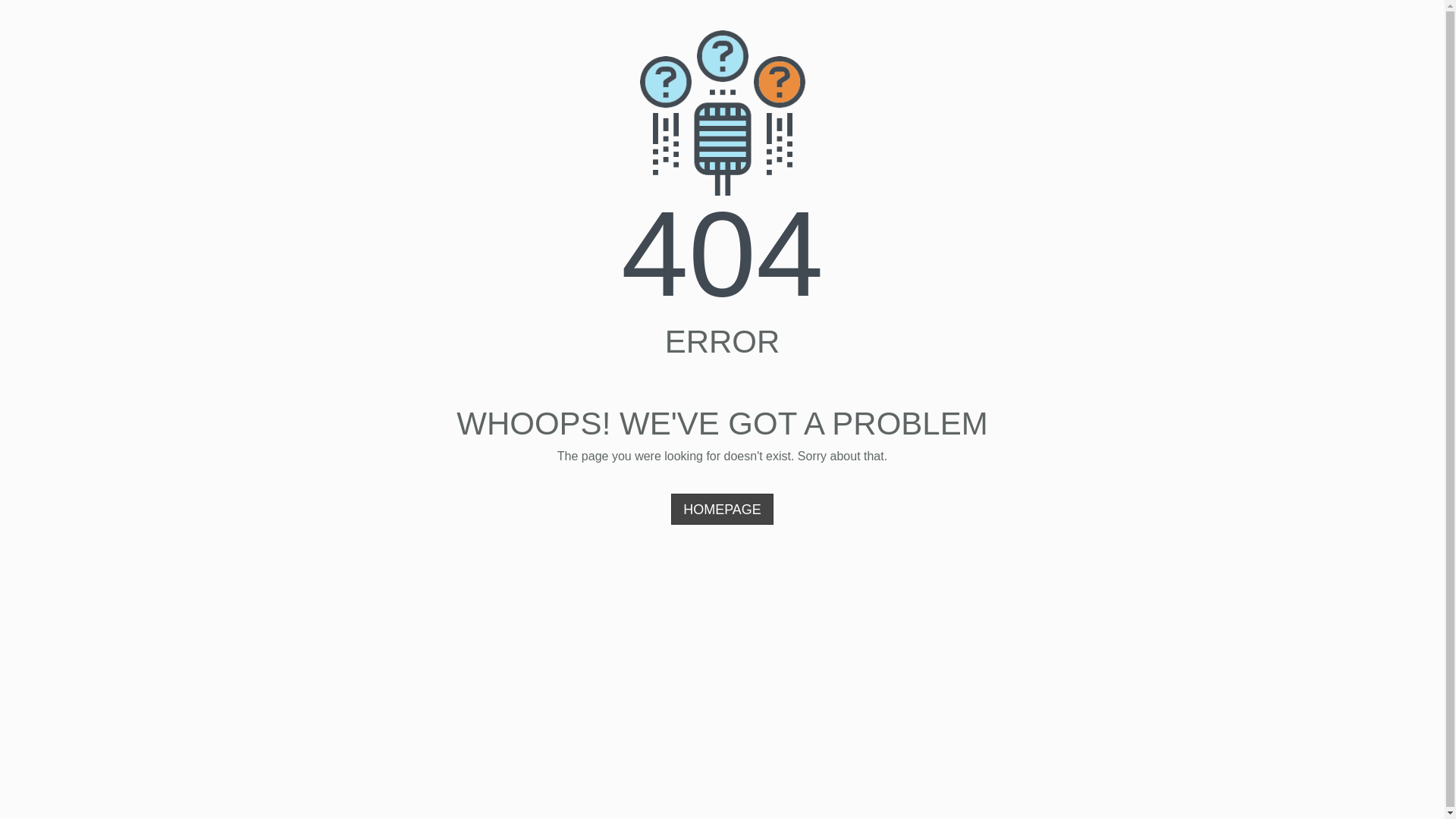 The width and height of the screenshot is (1456, 819). Describe the element at coordinates (721, 509) in the screenshot. I see `'HOMEPAGE'` at that location.